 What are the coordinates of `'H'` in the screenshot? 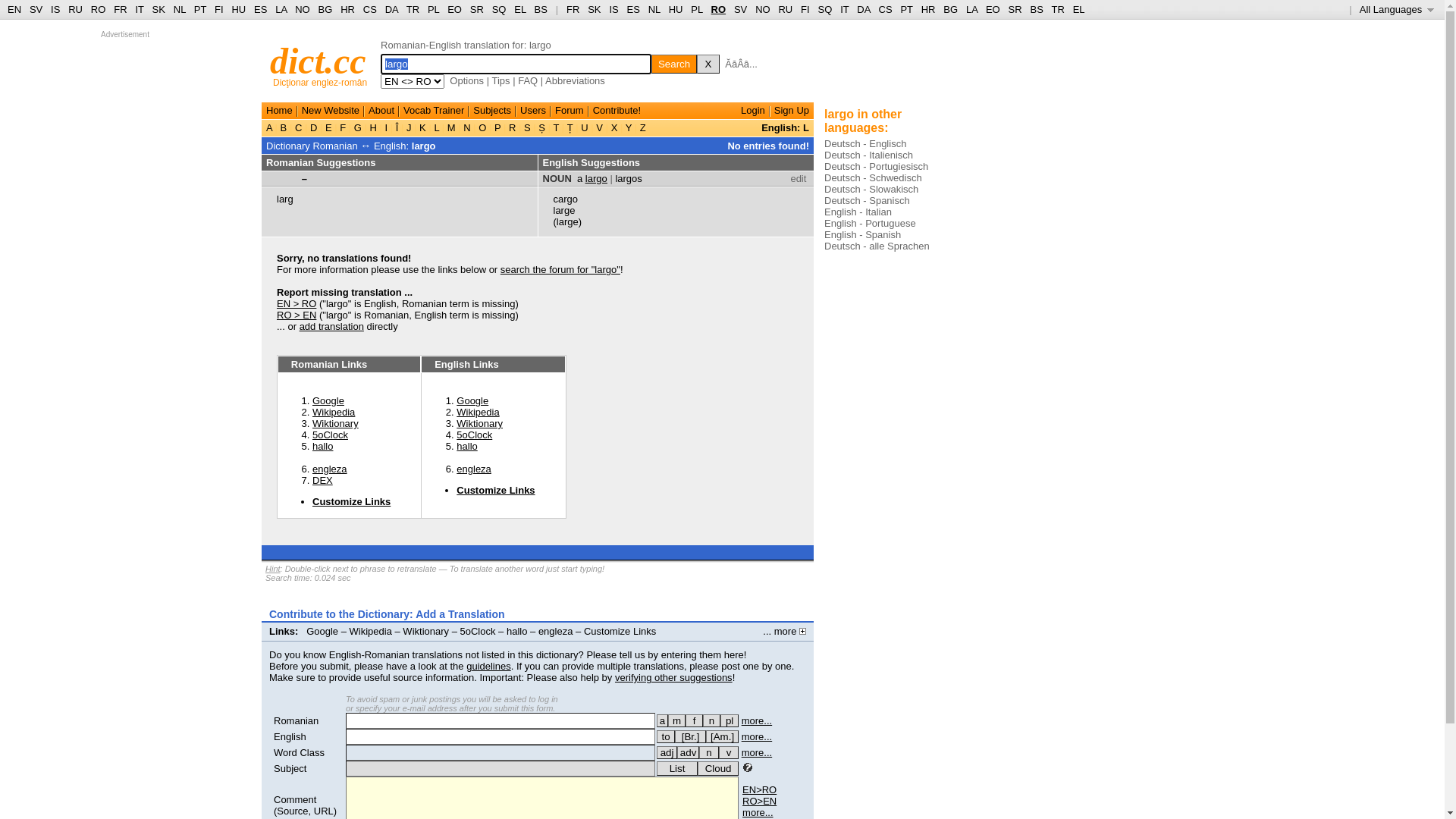 It's located at (373, 127).